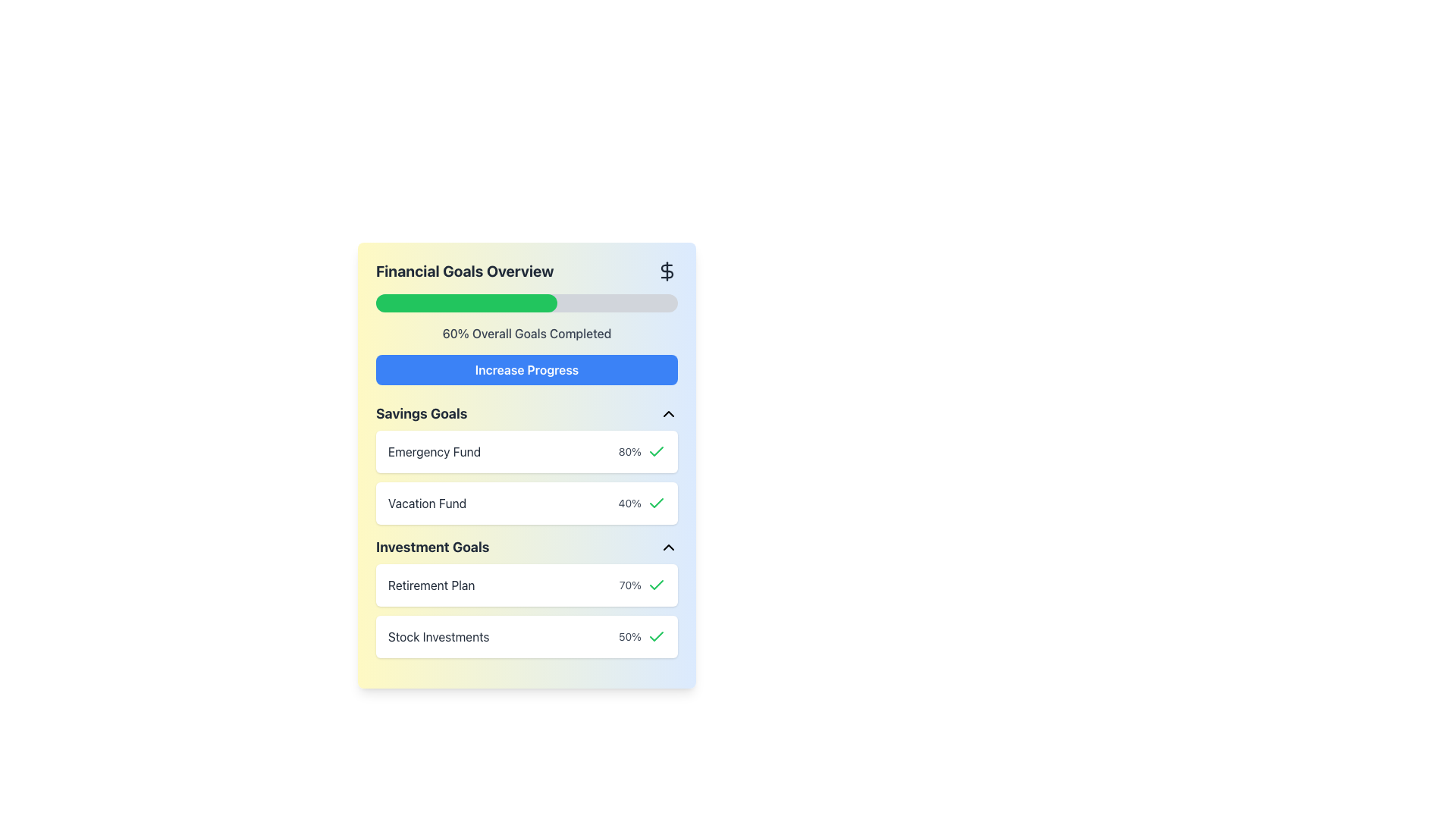  I want to click on the green checkmark icon that indicates a completed state, located next to '80%' and the label 'Emergency Fund' in the 'Savings Goals' section, so click(656, 636).